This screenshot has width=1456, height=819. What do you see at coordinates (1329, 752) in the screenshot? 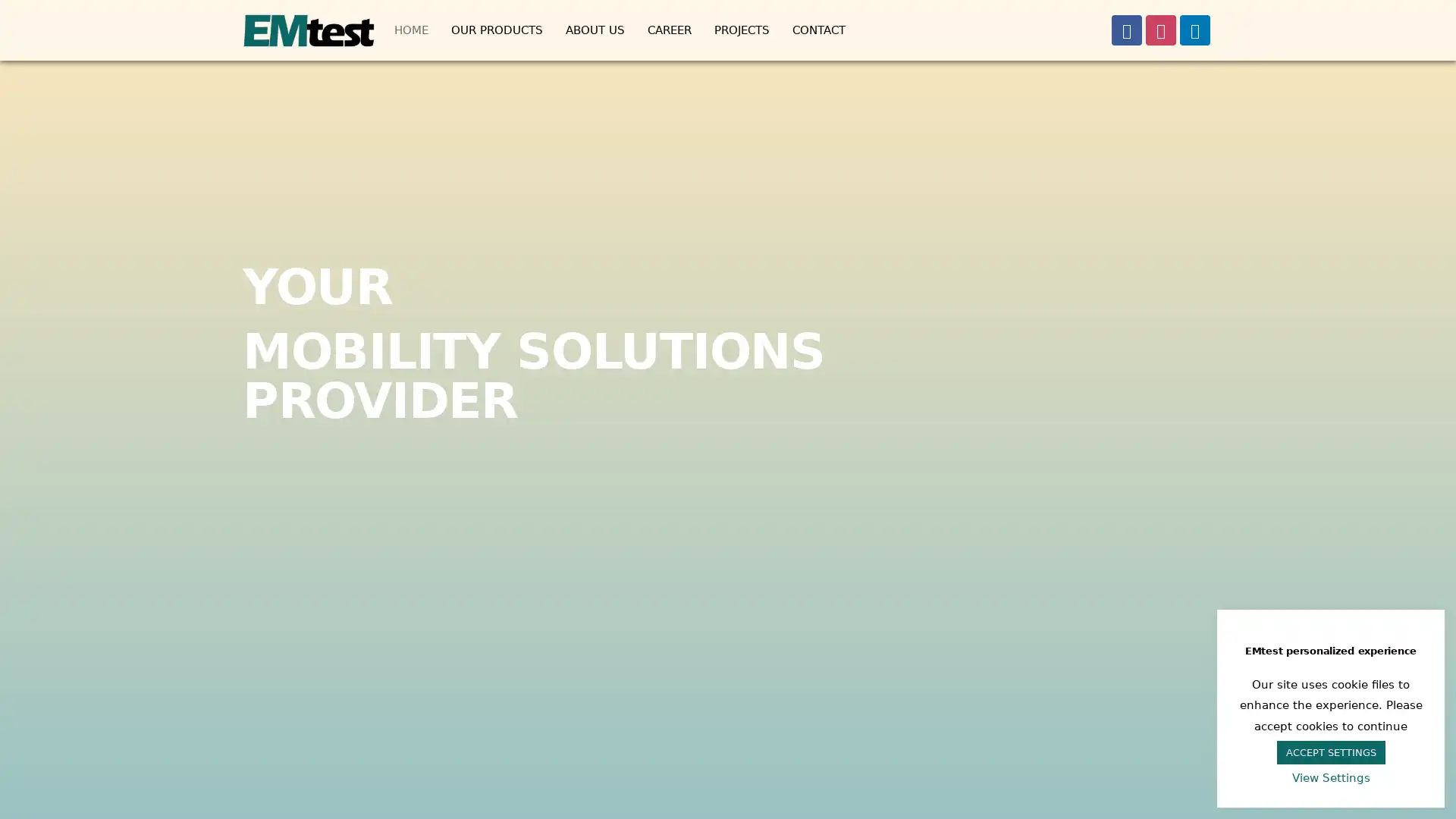
I see `ACCEPT SETTINGS` at bounding box center [1329, 752].